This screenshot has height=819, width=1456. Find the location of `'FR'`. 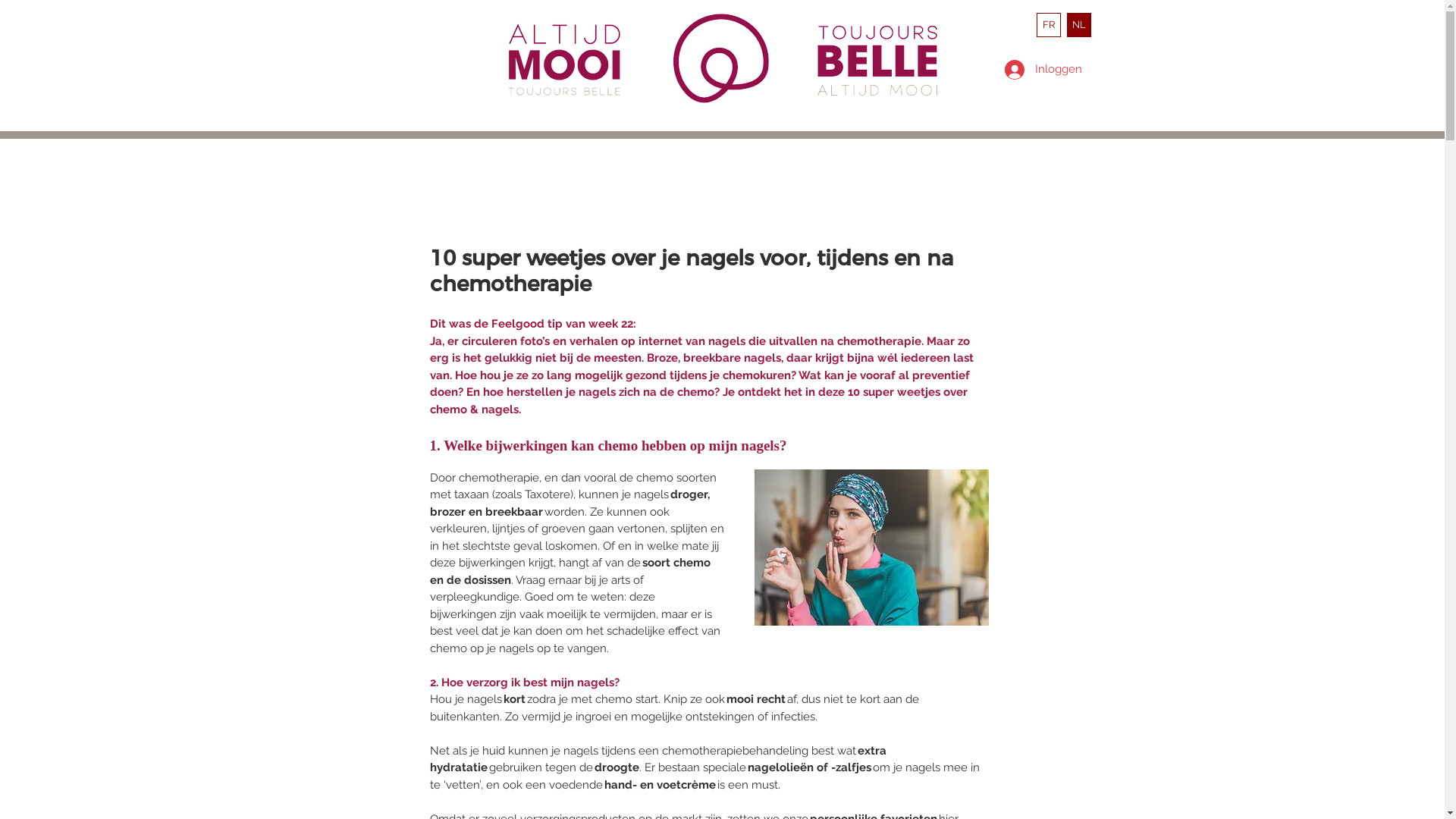

'FR' is located at coordinates (1035, 25).